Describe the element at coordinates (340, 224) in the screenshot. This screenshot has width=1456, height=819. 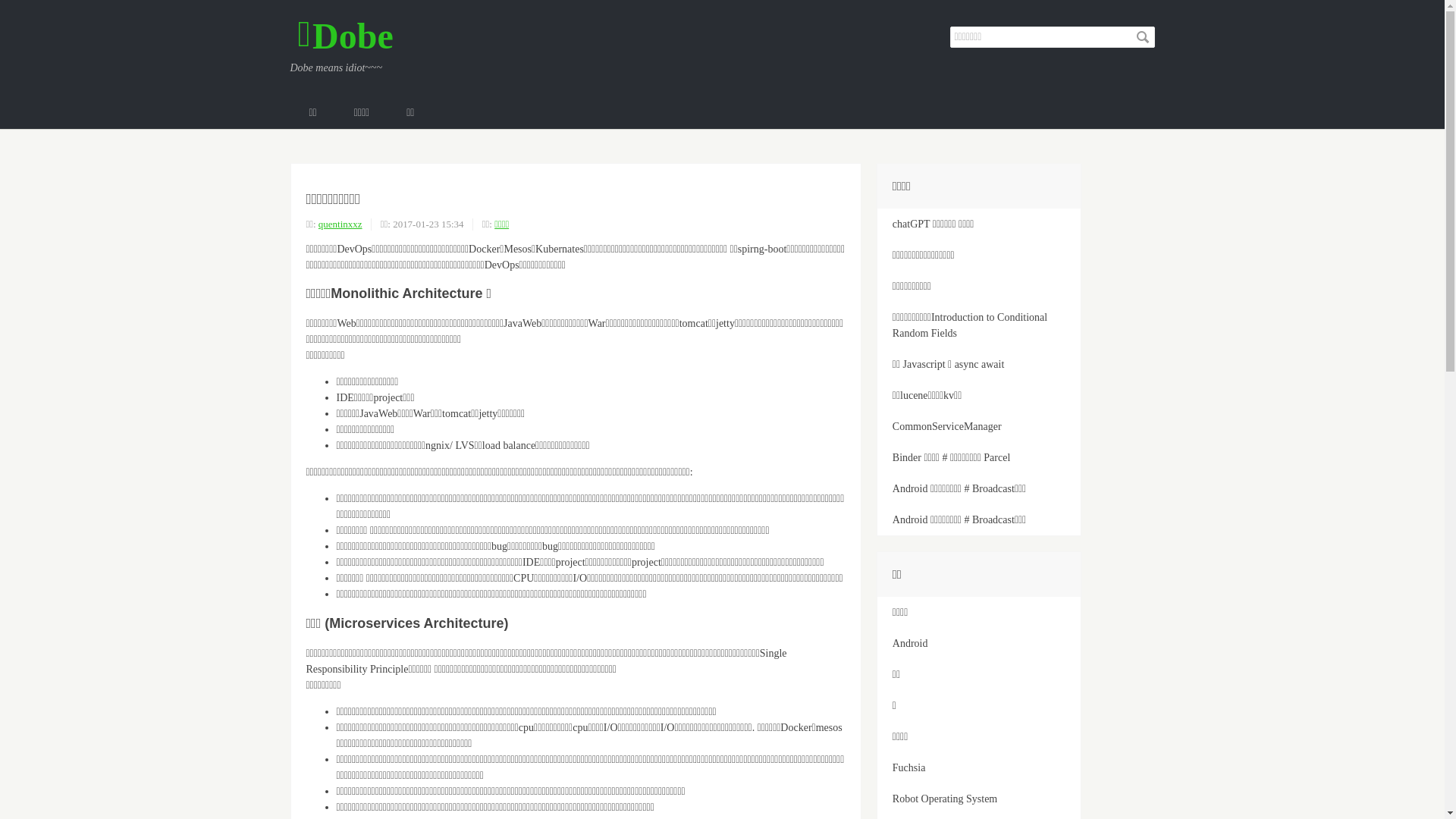
I see `'quentinxxz'` at that location.